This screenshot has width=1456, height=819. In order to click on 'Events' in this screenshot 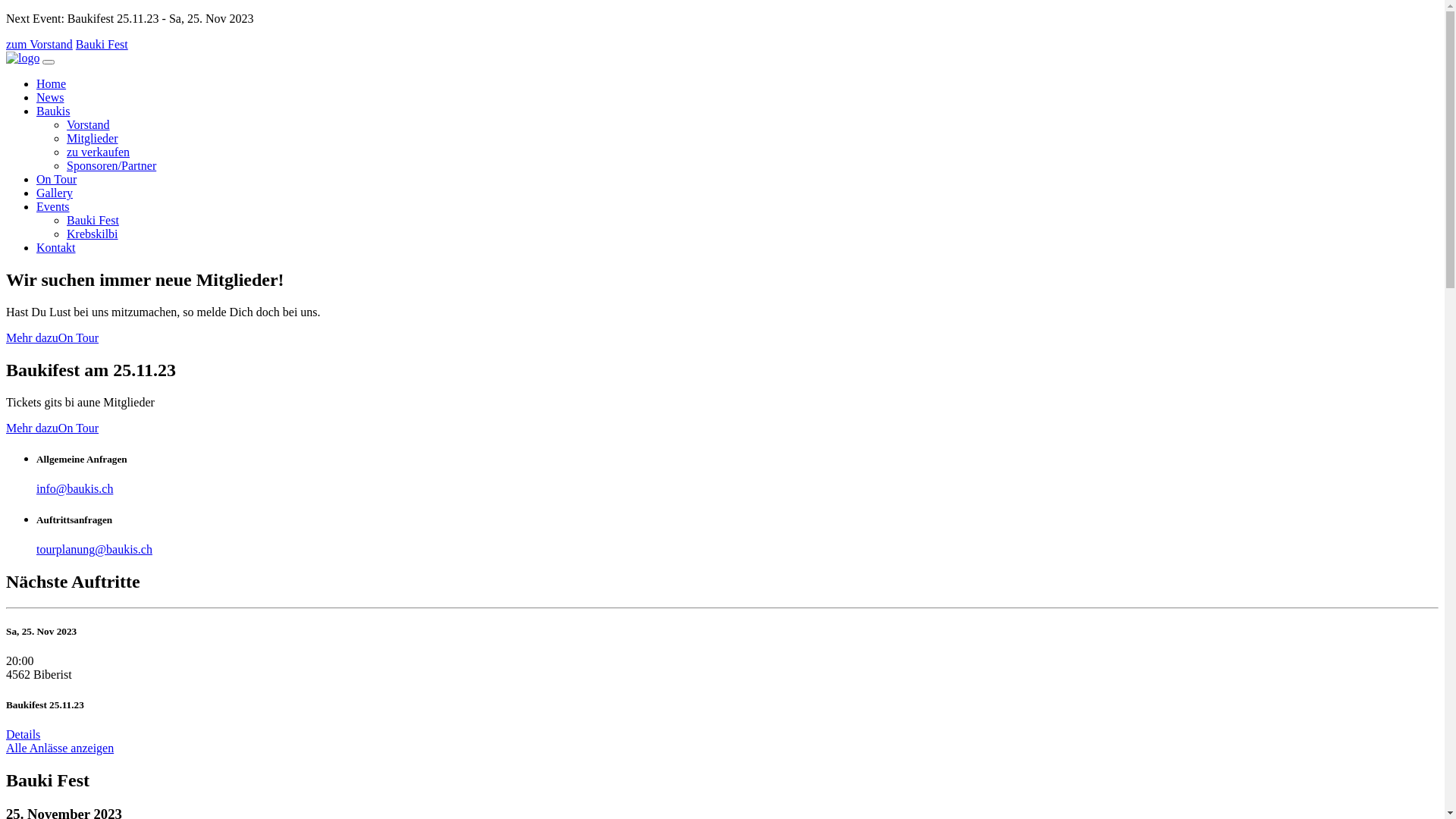, I will do `click(36, 206)`.